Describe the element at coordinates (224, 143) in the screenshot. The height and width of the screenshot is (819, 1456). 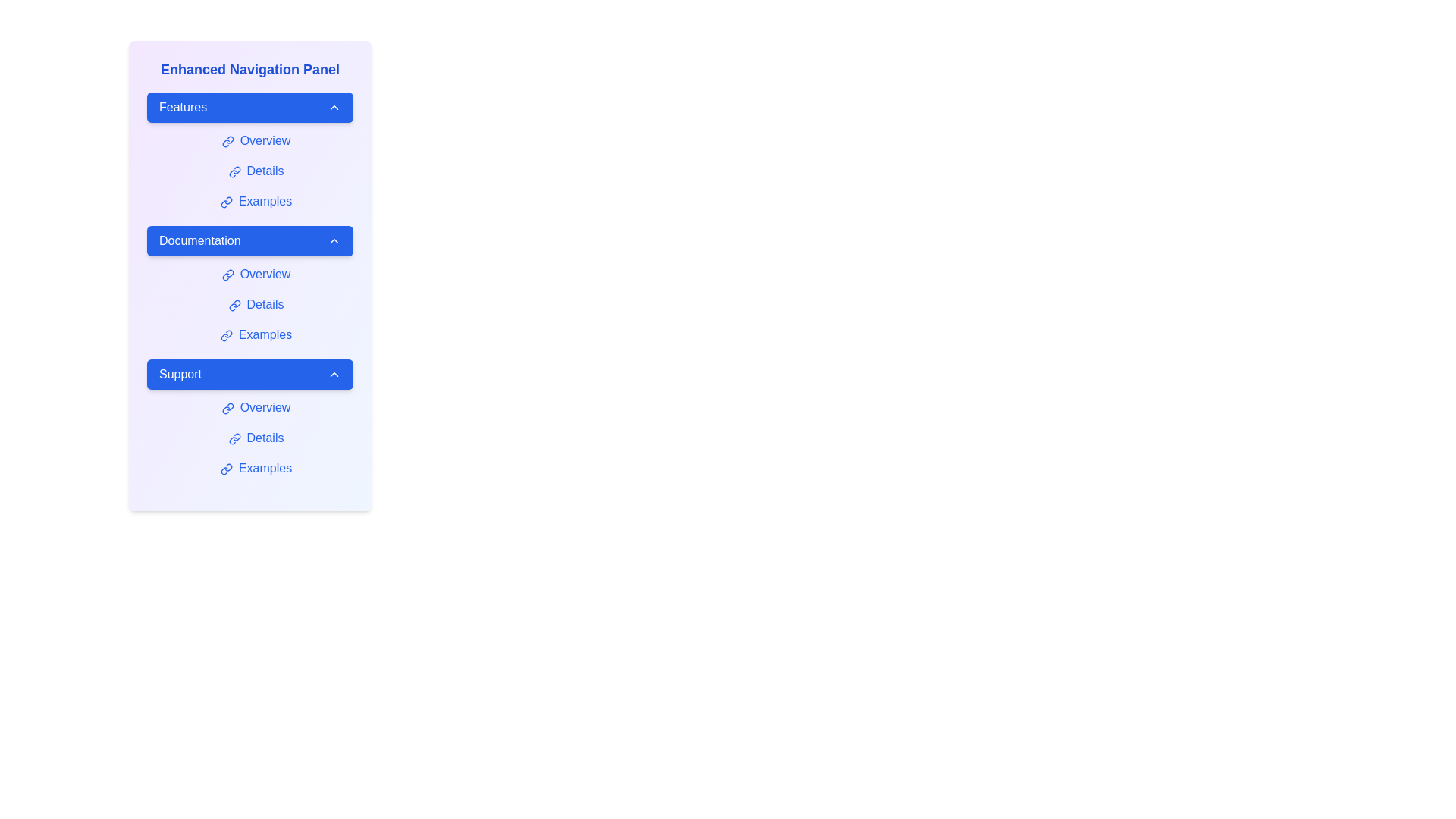
I see `decorative icon associated with the 'Overview' text label located in the 'Features' section of the sidebar` at that location.